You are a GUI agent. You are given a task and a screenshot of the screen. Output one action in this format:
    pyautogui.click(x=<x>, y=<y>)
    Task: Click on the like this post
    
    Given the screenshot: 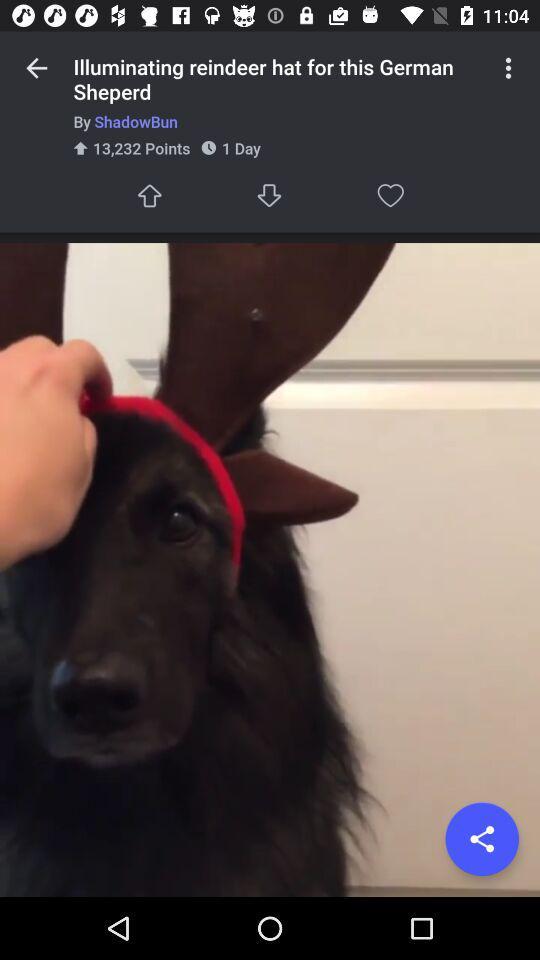 What is the action you would take?
    pyautogui.click(x=148, y=195)
    